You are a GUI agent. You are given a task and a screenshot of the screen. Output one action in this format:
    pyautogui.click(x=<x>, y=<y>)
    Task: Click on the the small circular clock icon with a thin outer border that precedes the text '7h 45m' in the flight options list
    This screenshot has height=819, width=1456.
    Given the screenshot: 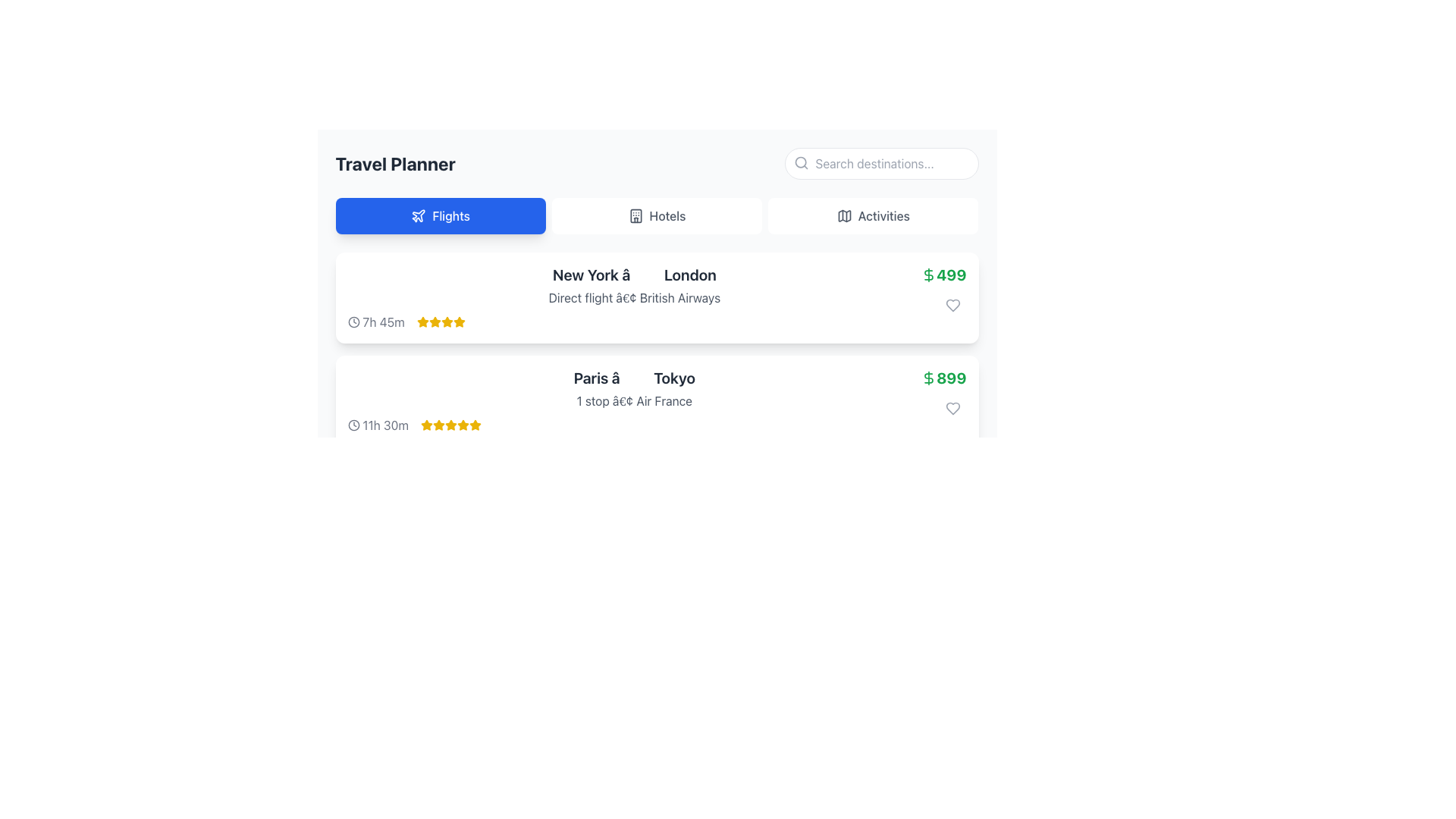 What is the action you would take?
    pyautogui.click(x=353, y=321)
    